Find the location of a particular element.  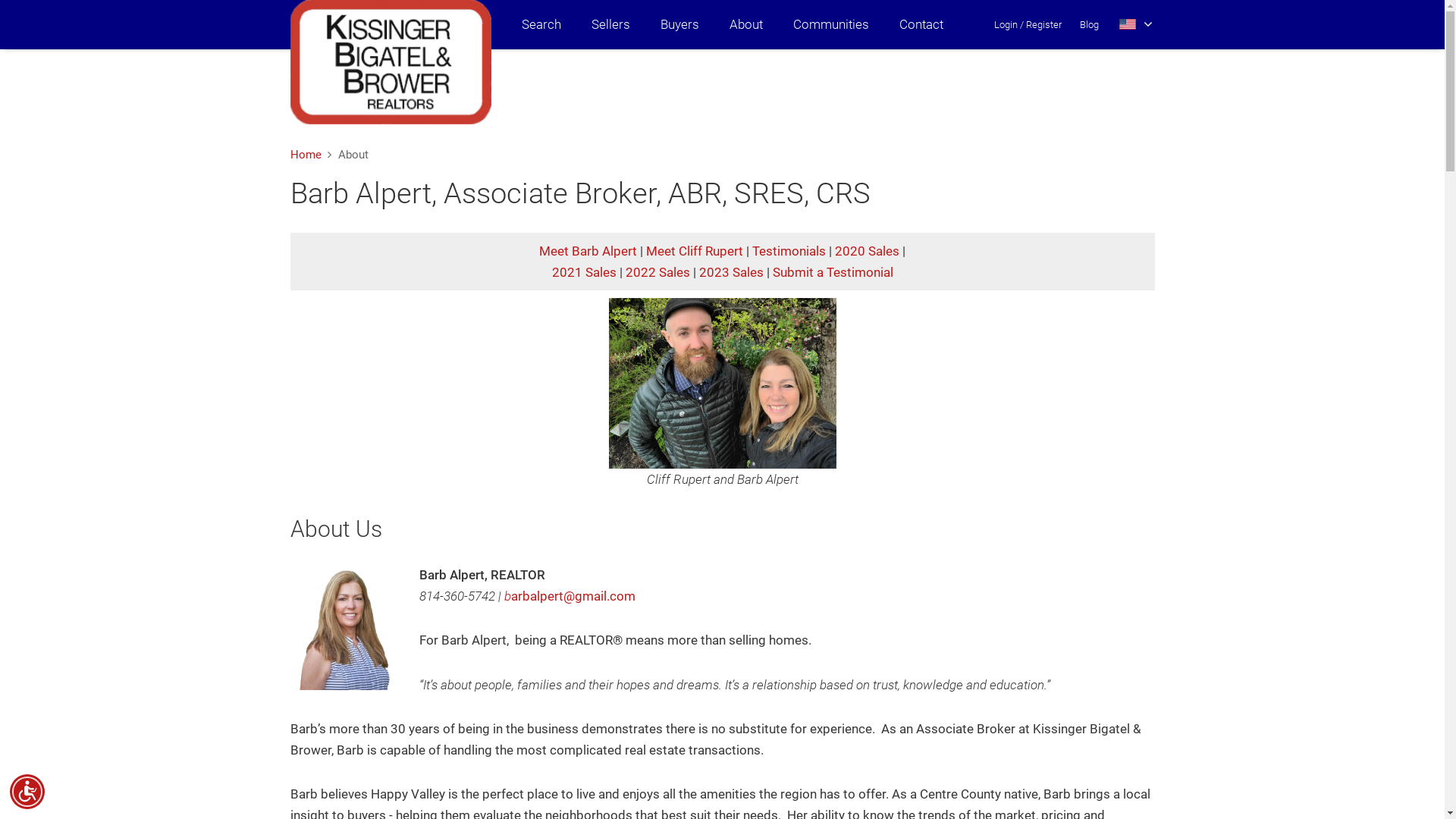

'Sellers' is located at coordinates (610, 24).